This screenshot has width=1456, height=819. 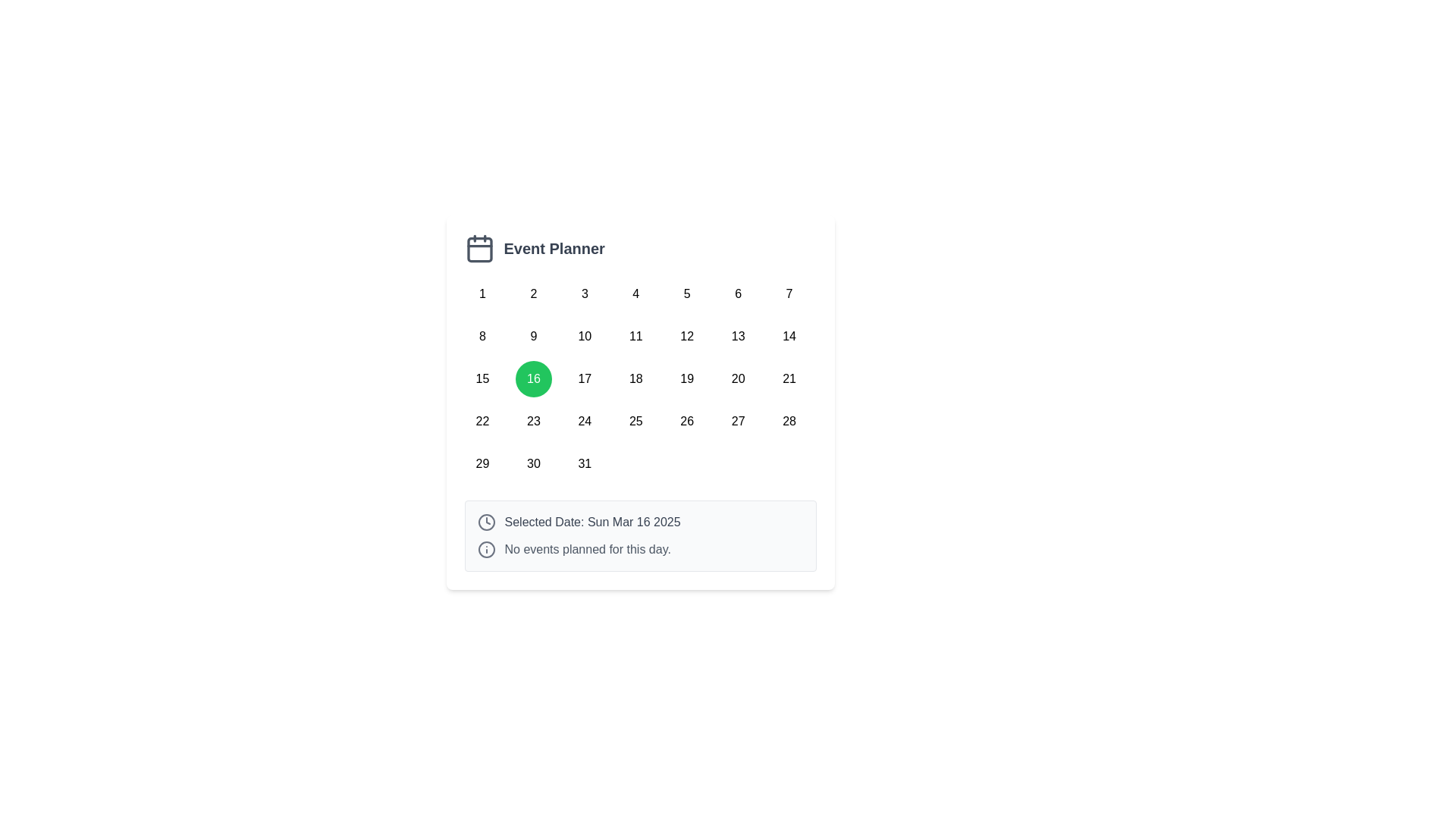 I want to click on the calendar icon that symbolizes the event-planning feature, located to the far left of the 'Event Planner' title, so click(x=479, y=247).